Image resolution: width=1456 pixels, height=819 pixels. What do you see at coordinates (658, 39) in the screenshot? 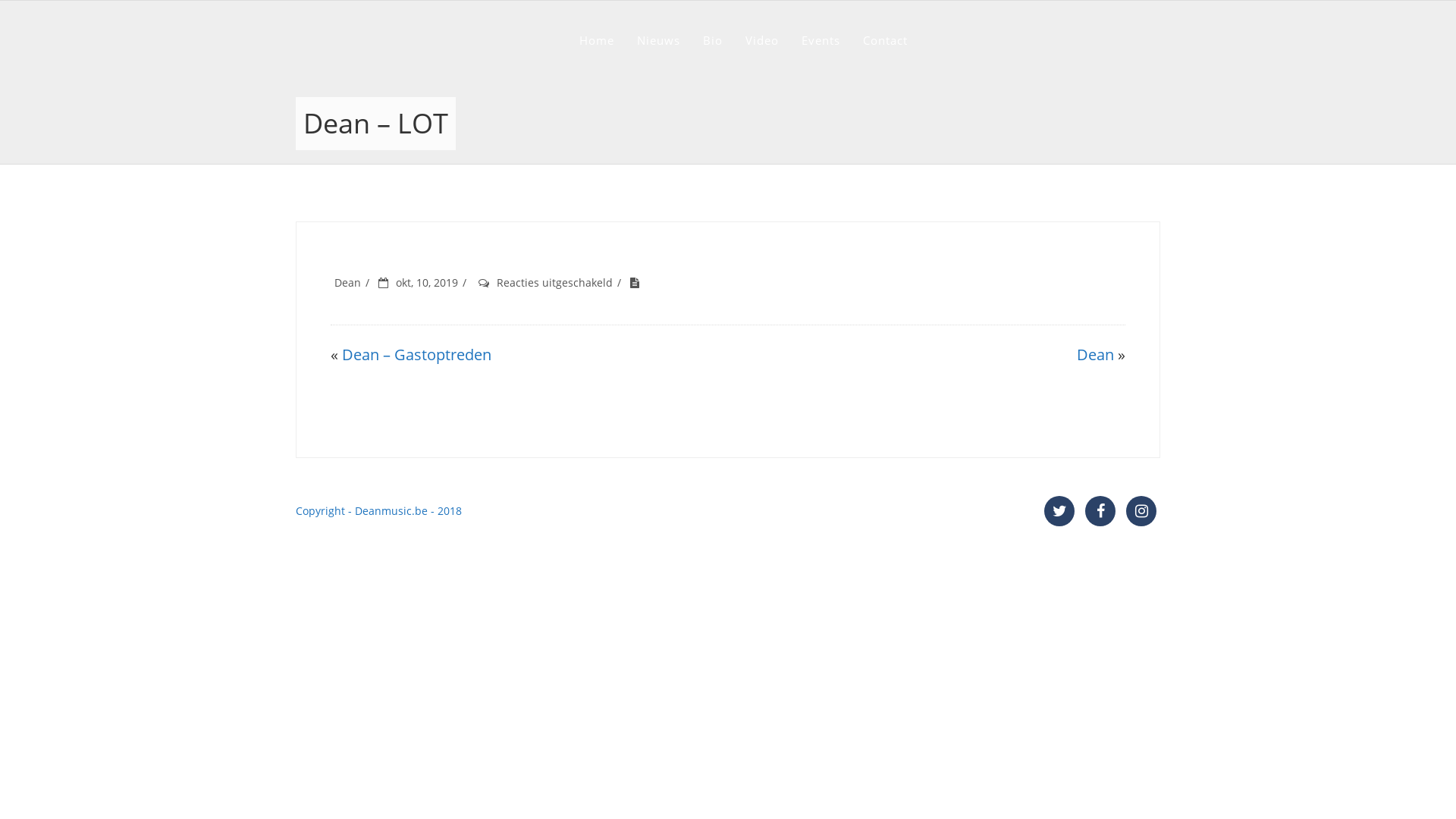
I see `'Nieuws'` at bounding box center [658, 39].